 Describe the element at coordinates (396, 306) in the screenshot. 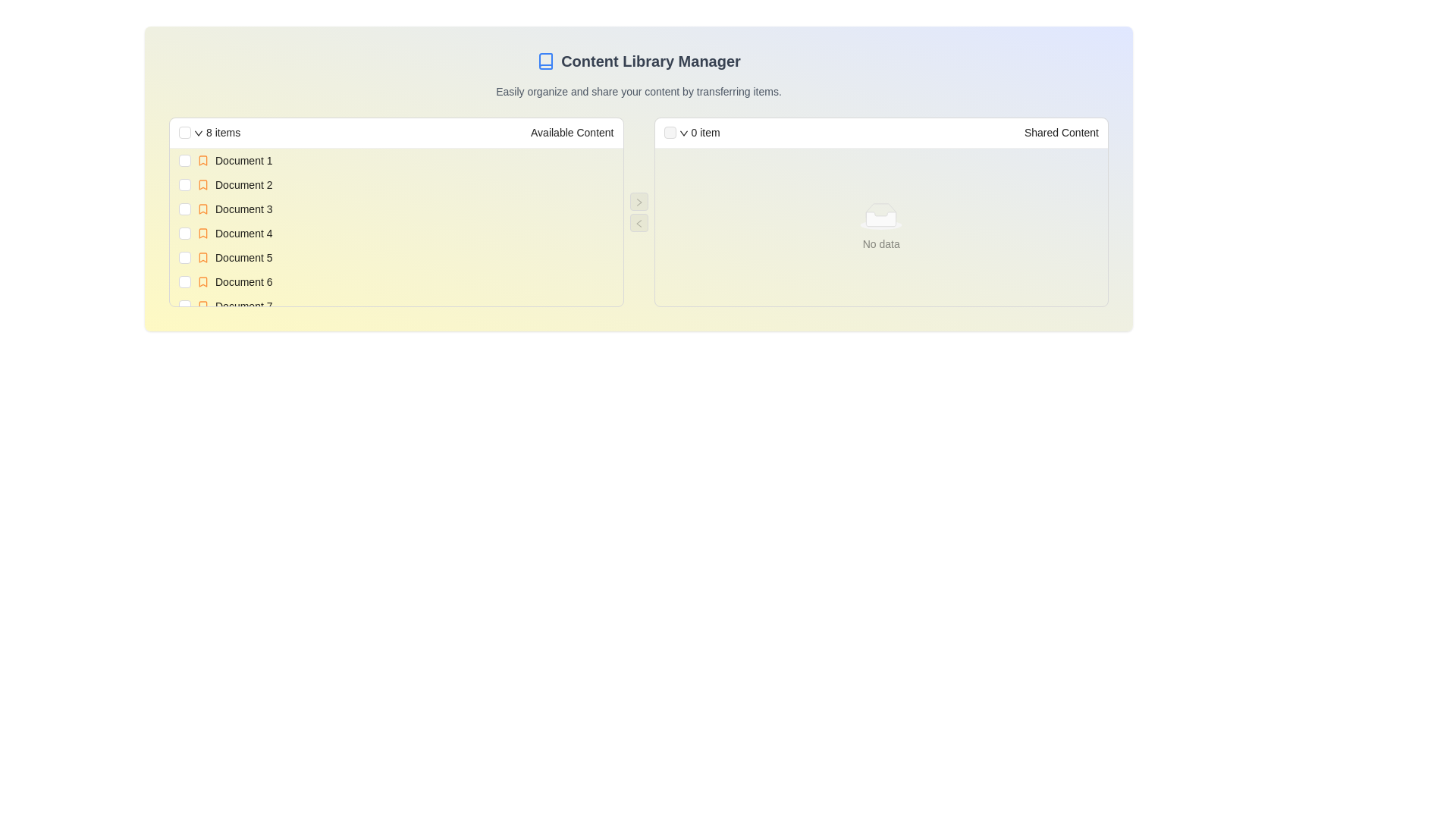

I see `the checkbox labeled 'Document 7' in the transfer list` at that location.